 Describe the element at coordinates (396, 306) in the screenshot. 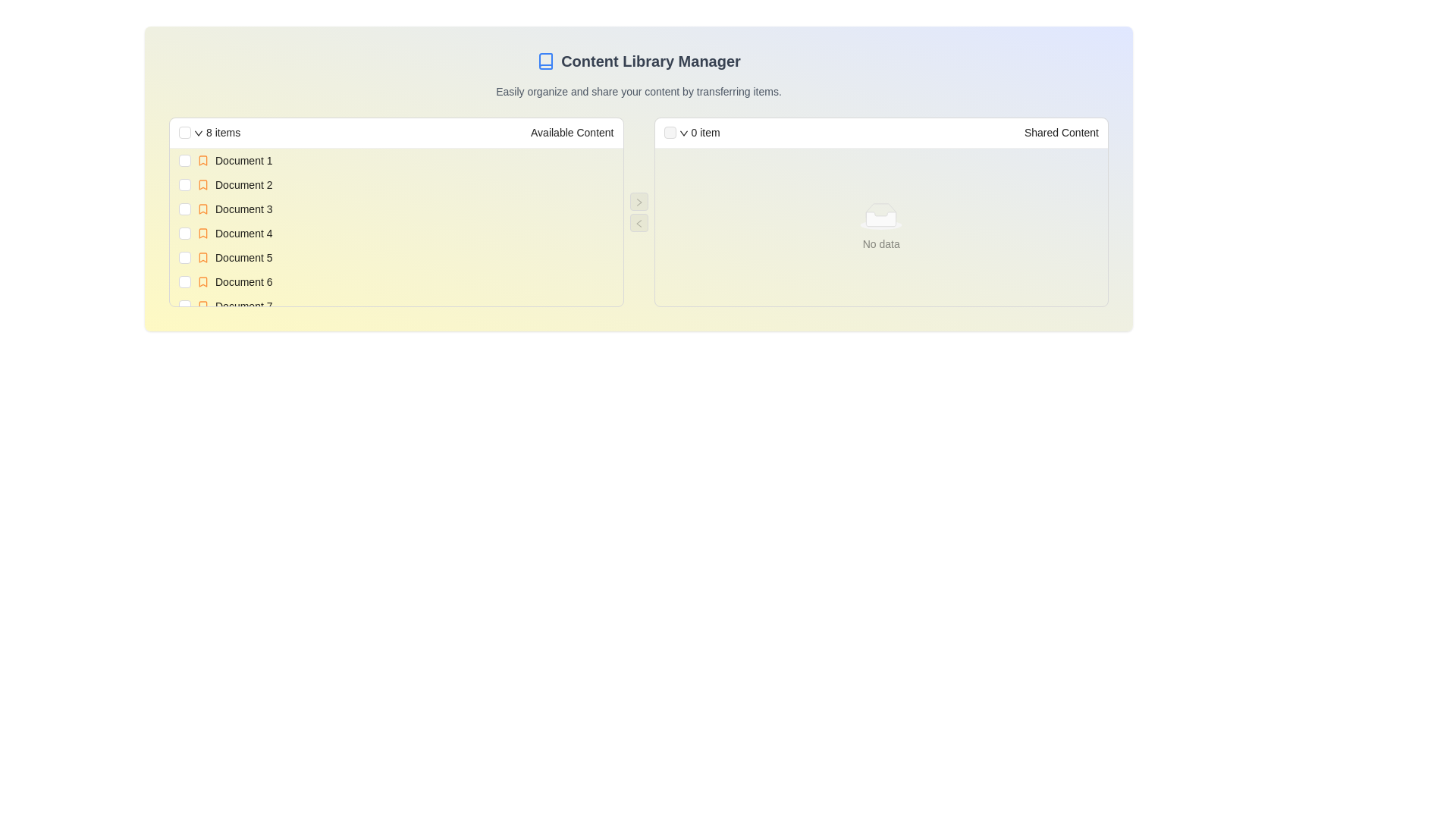

I see `the checkbox labeled 'Document 7' in the transfer list` at that location.